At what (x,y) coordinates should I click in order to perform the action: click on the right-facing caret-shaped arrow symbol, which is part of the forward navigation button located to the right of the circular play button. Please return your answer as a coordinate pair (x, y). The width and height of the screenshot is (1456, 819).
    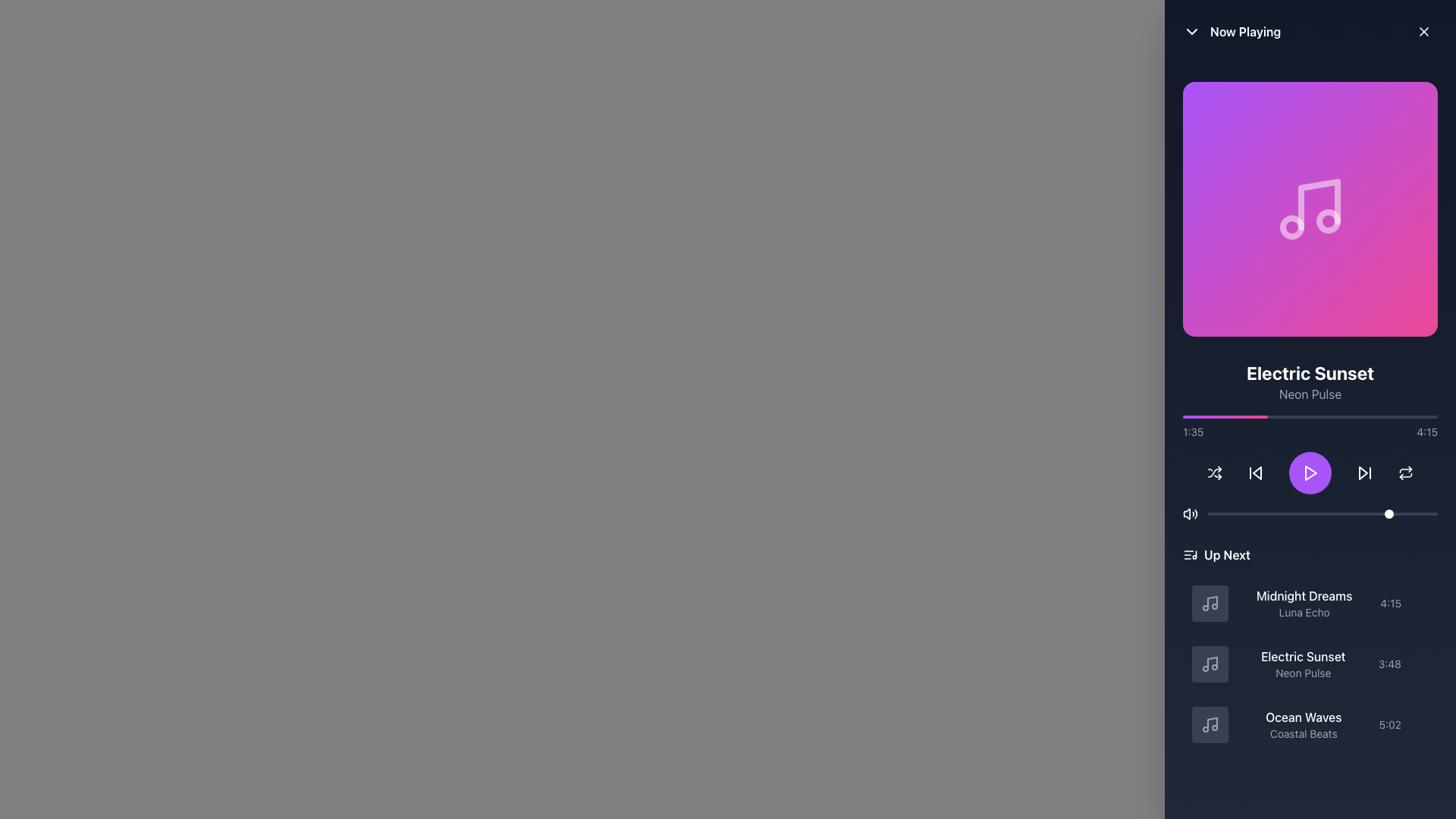
    Looking at the image, I should click on (1363, 472).